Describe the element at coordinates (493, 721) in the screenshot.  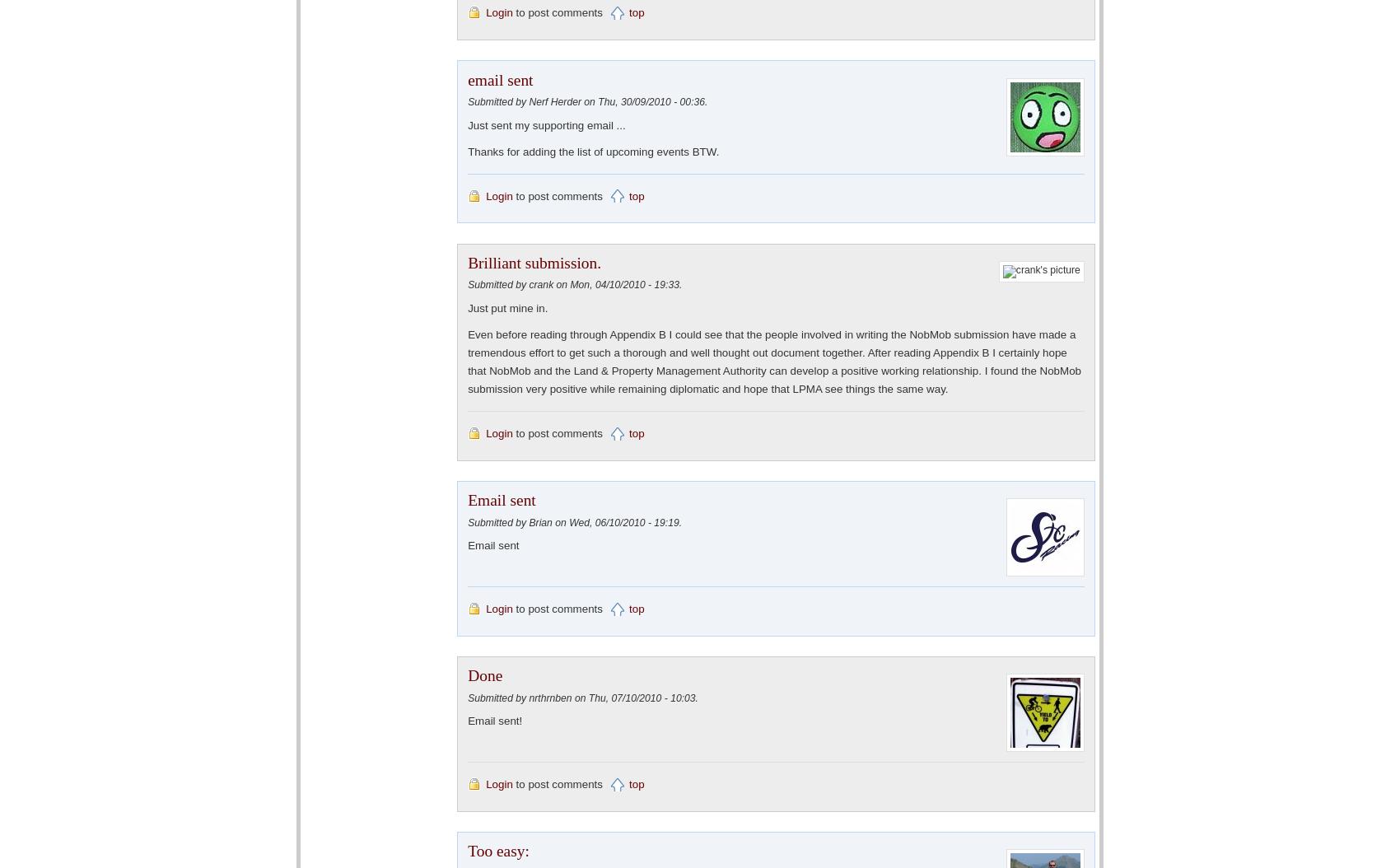
I see `'Email sent!'` at that location.